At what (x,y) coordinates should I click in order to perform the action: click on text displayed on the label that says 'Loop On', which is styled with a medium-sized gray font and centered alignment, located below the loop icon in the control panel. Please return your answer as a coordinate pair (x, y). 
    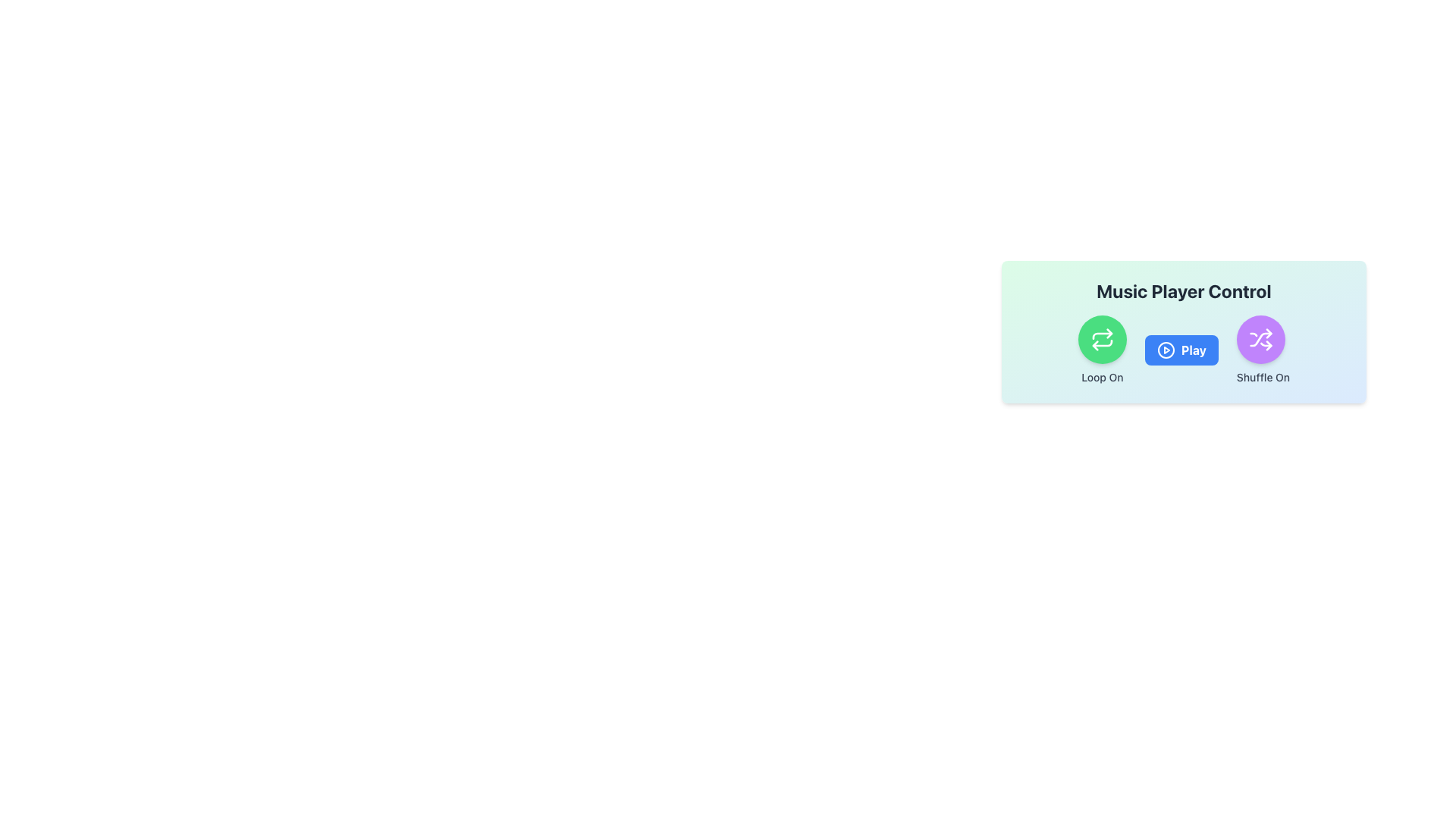
    Looking at the image, I should click on (1102, 376).